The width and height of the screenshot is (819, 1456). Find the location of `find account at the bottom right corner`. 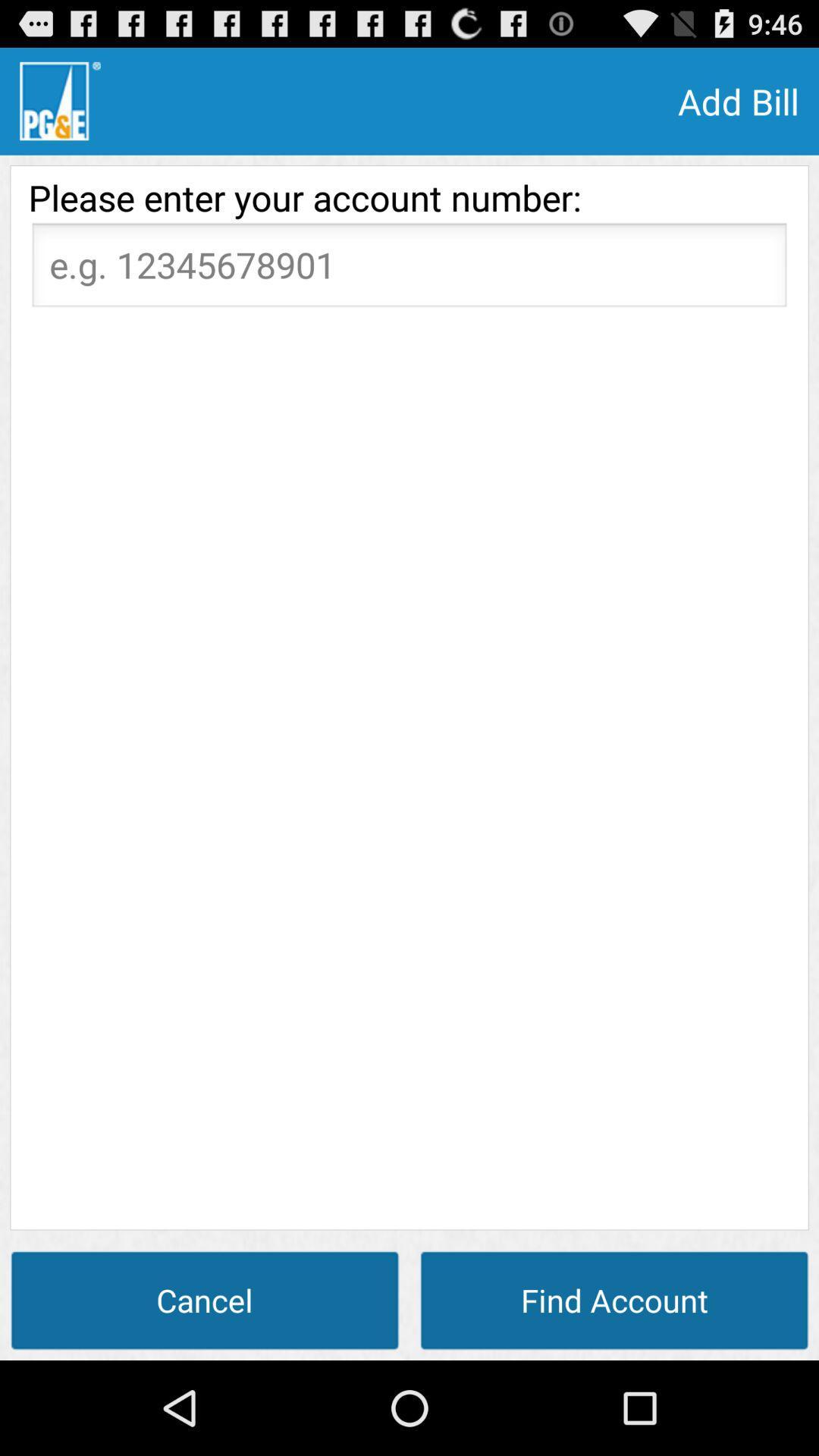

find account at the bottom right corner is located at coordinates (614, 1299).